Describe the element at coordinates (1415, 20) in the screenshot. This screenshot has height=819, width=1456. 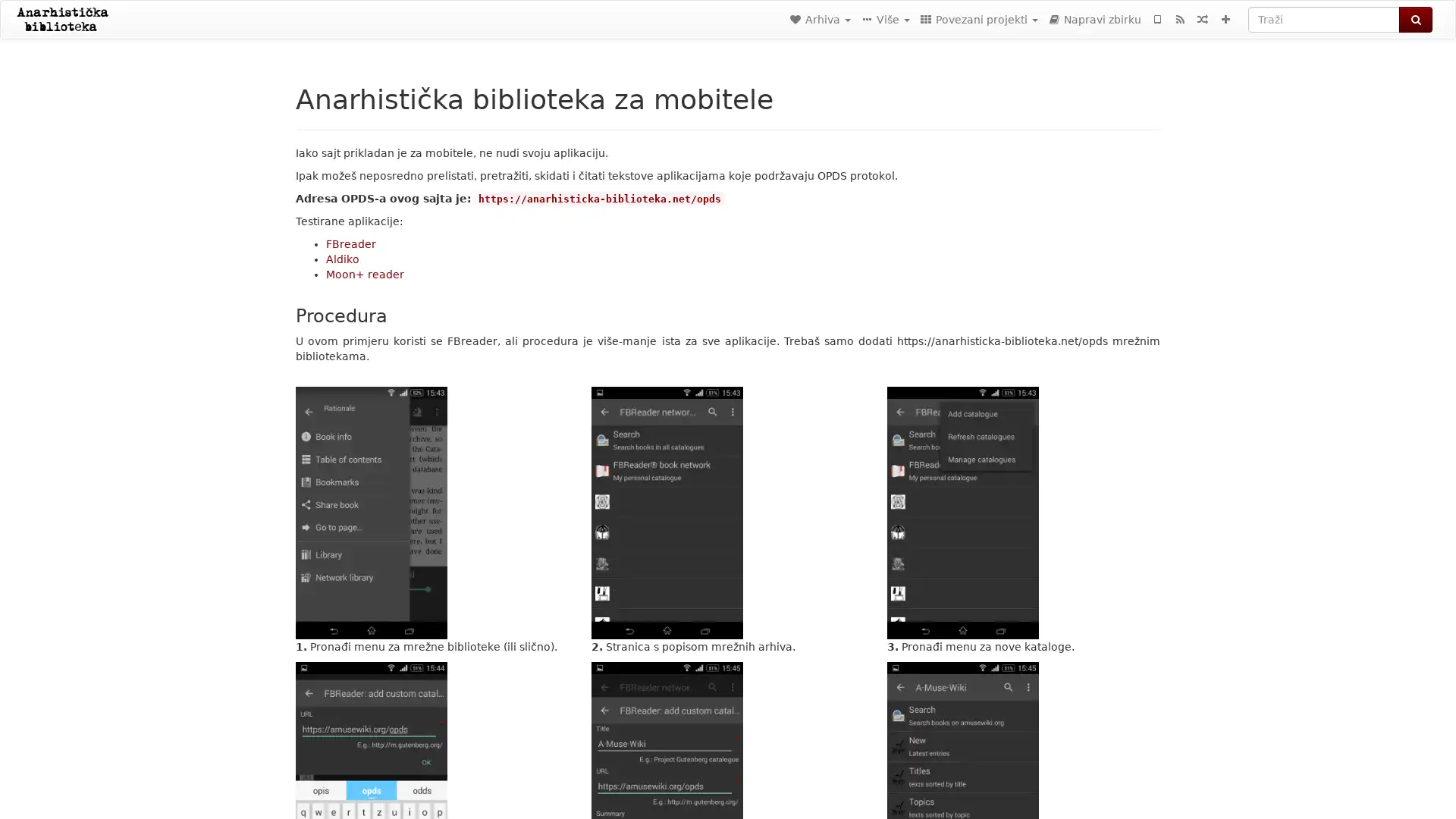
I see `Trazi` at that location.